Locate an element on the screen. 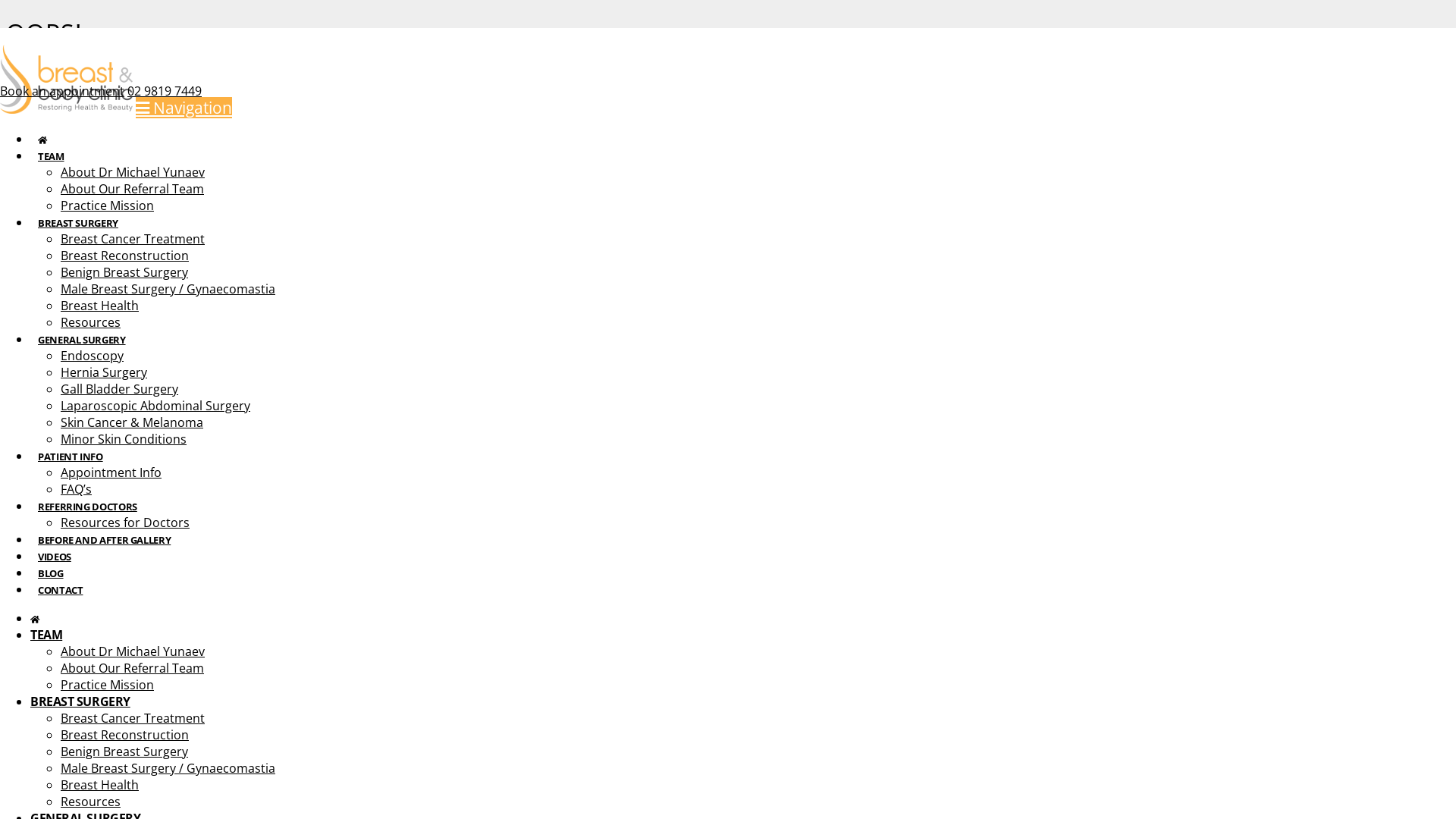 This screenshot has width=1456, height=819. '02 9819 7449' is located at coordinates (164, 90).